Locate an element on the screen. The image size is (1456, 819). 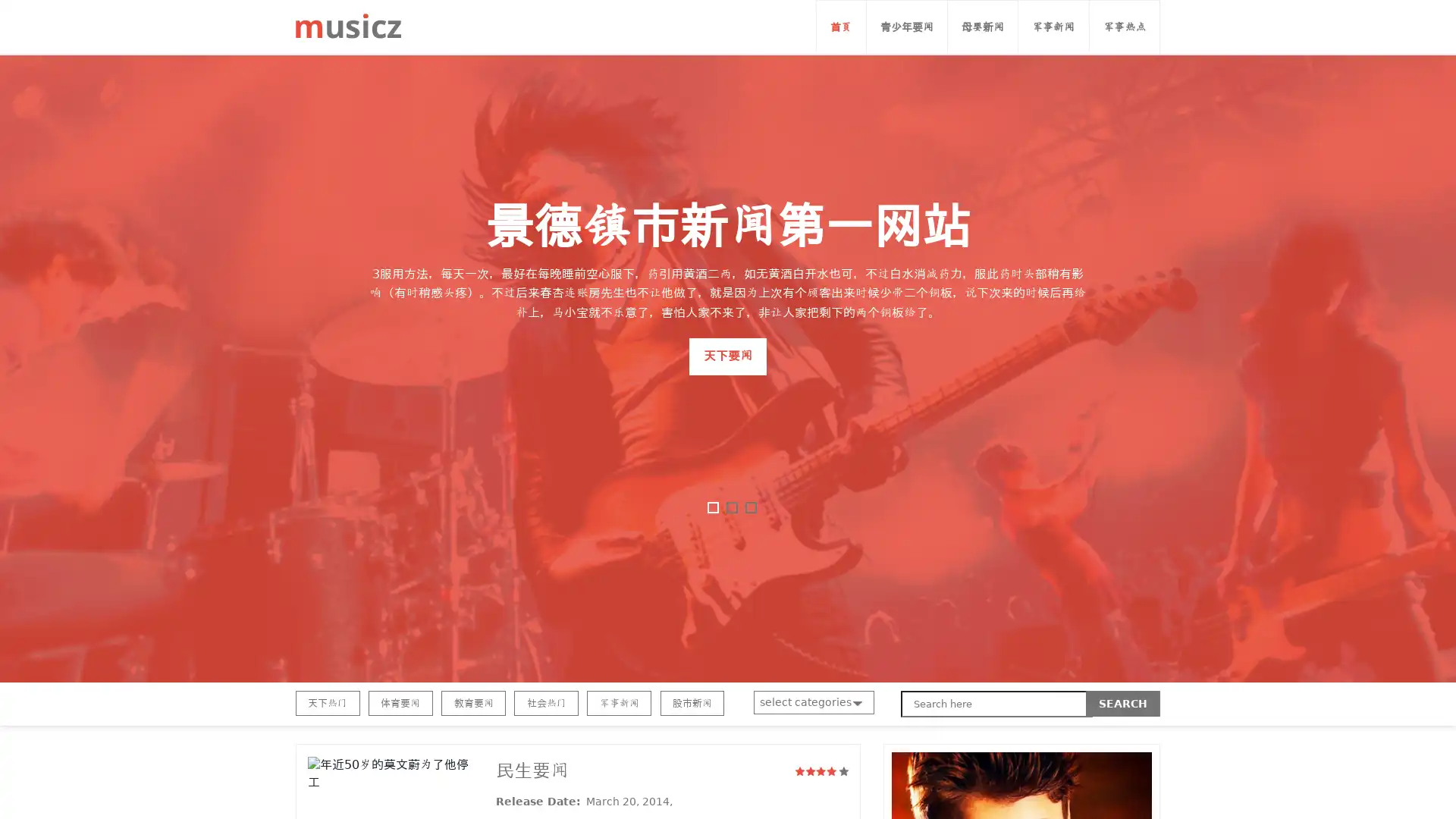
search is located at coordinates (1123, 704).